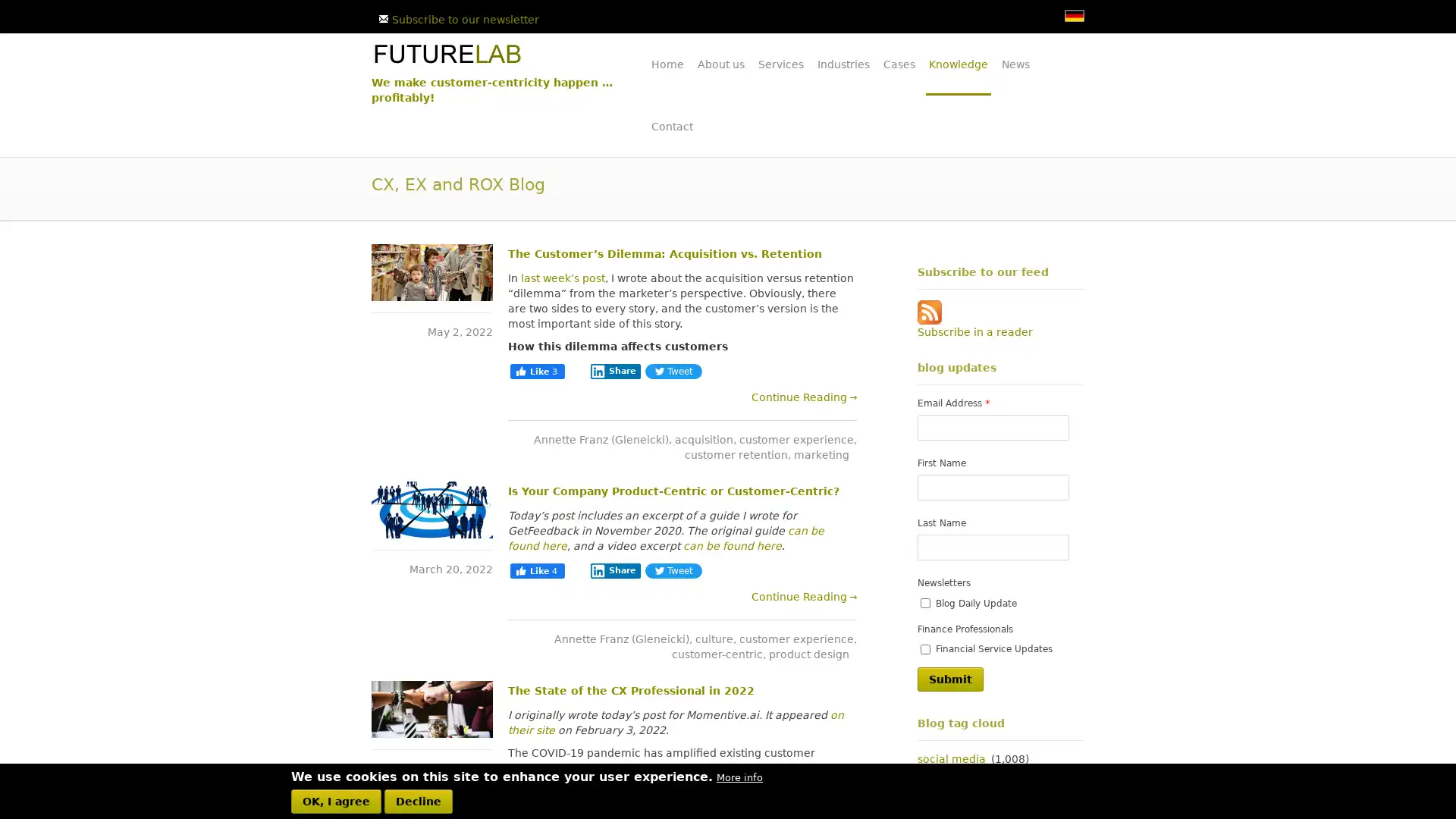 The image size is (1456, 819). I want to click on More info, so click(739, 777).